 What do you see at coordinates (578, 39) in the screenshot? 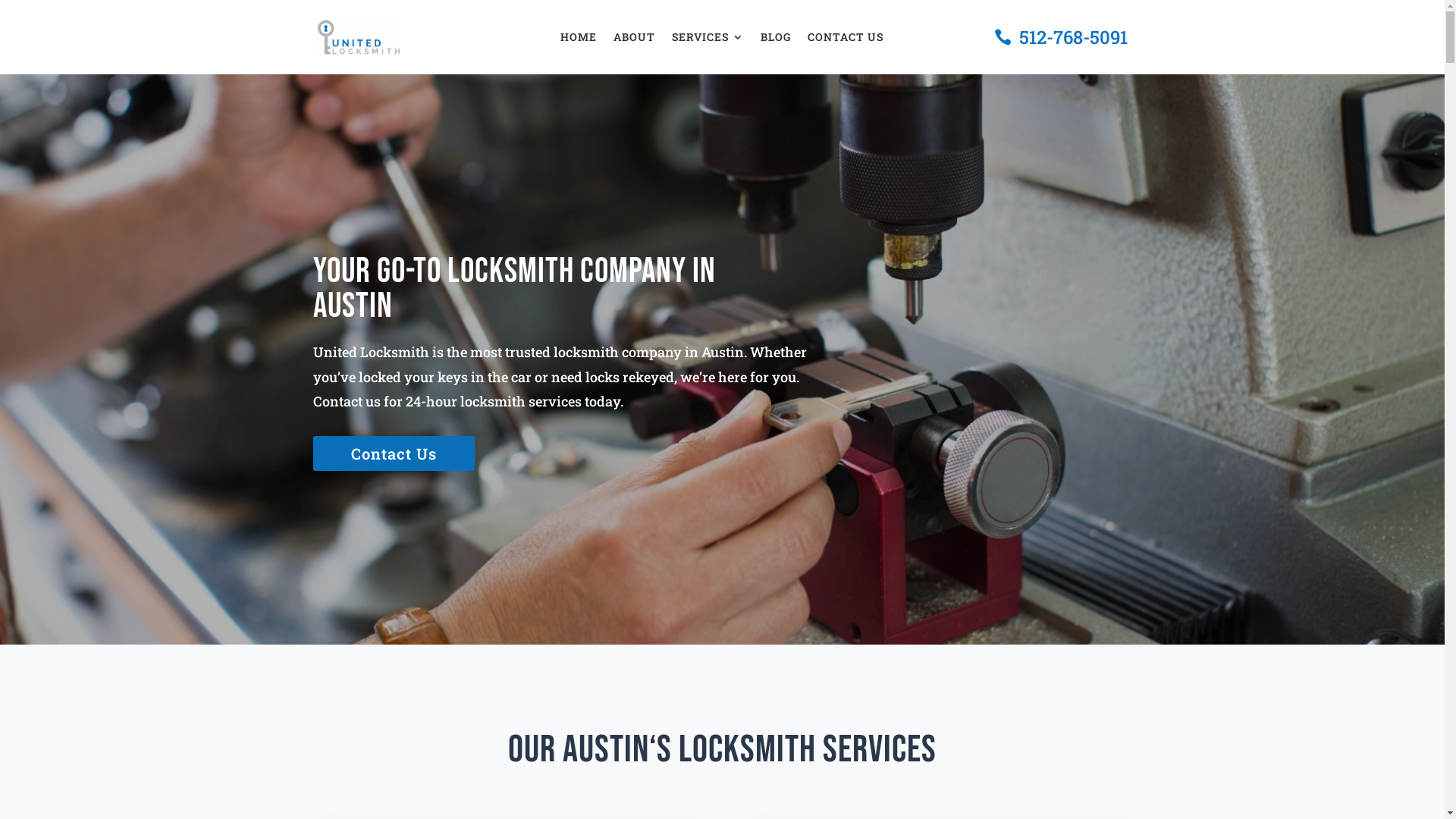
I see `'HOME'` at bounding box center [578, 39].